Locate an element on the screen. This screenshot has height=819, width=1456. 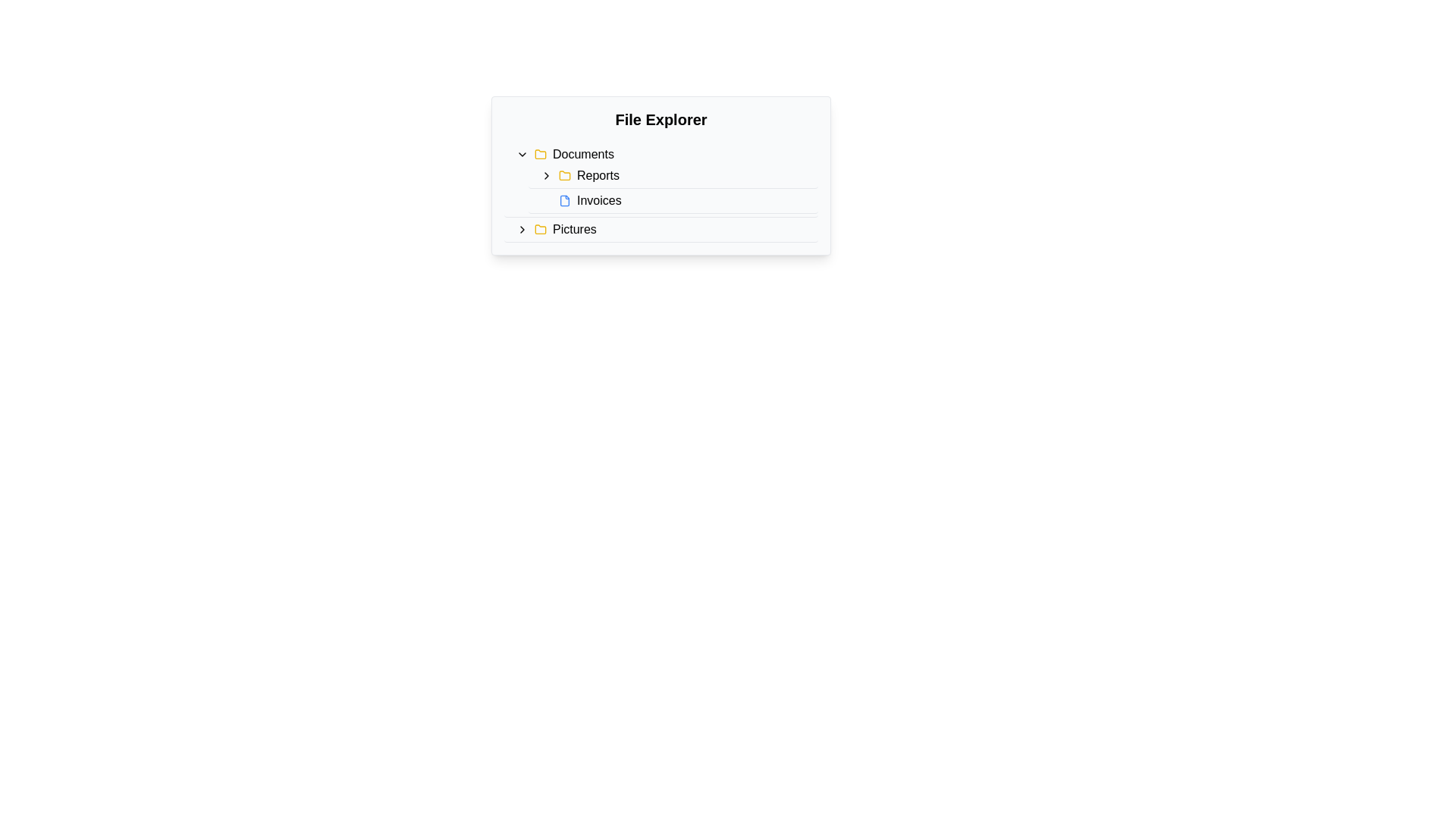
the 'Pictures' folder item in the file explorer is located at coordinates (661, 230).